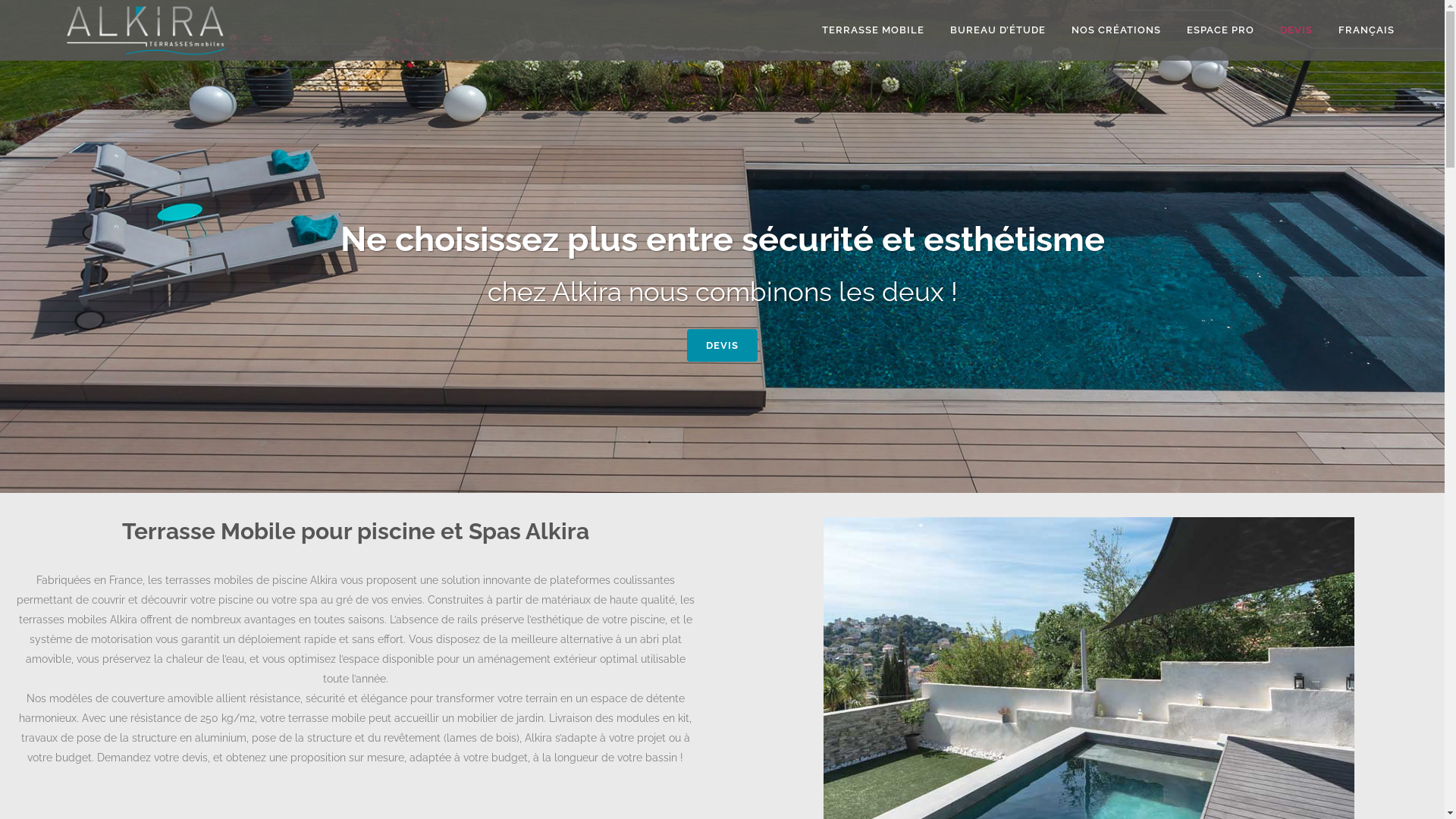 The width and height of the screenshot is (1456, 819). I want to click on 'DEVIS', so click(721, 345).